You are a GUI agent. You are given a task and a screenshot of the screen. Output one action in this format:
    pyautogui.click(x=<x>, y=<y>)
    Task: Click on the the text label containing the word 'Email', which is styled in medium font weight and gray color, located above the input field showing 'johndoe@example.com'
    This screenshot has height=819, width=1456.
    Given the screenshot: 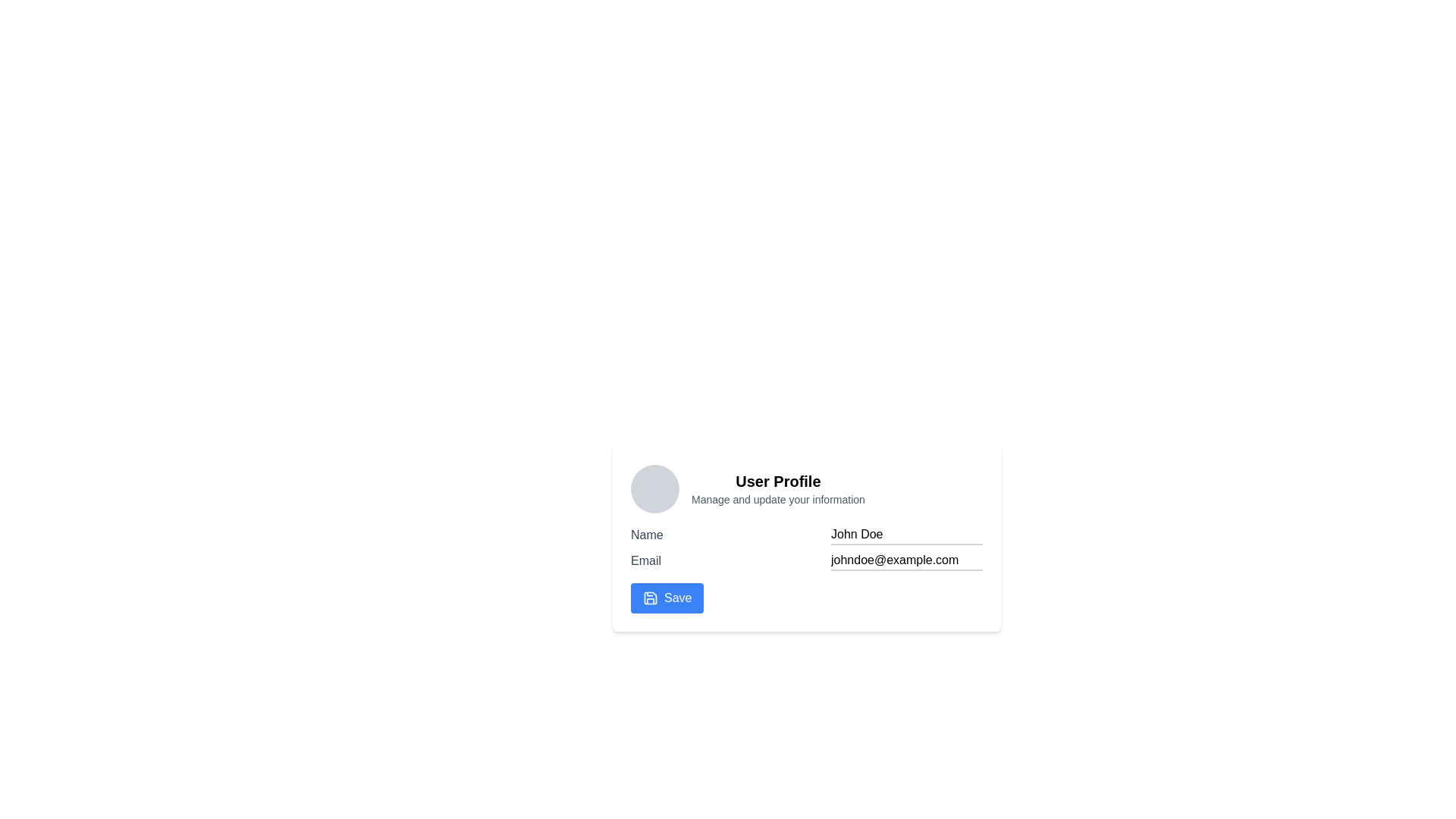 What is the action you would take?
    pyautogui.click(x=646, y=561)
    